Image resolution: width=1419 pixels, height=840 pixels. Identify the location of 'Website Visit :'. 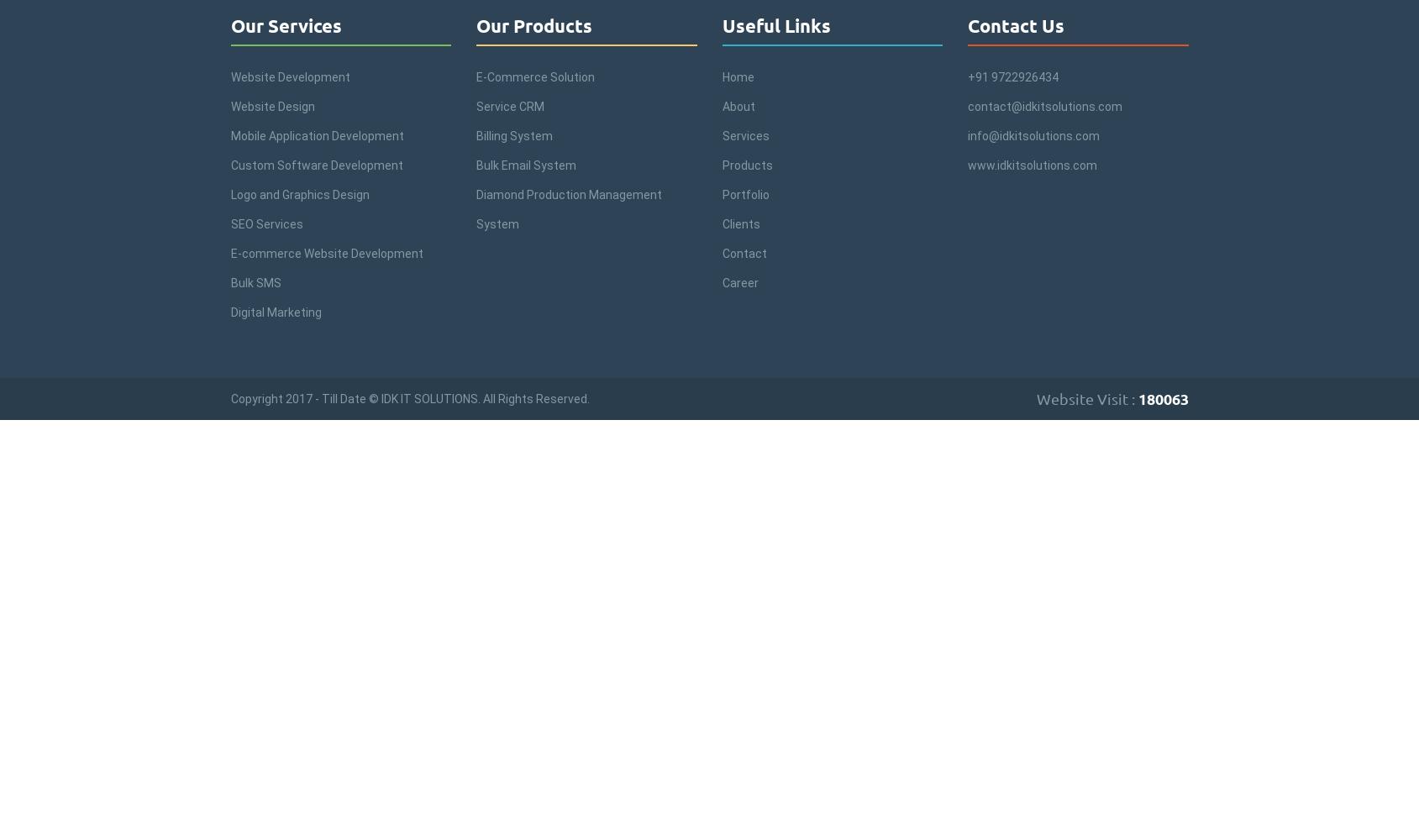
(1086, 397).